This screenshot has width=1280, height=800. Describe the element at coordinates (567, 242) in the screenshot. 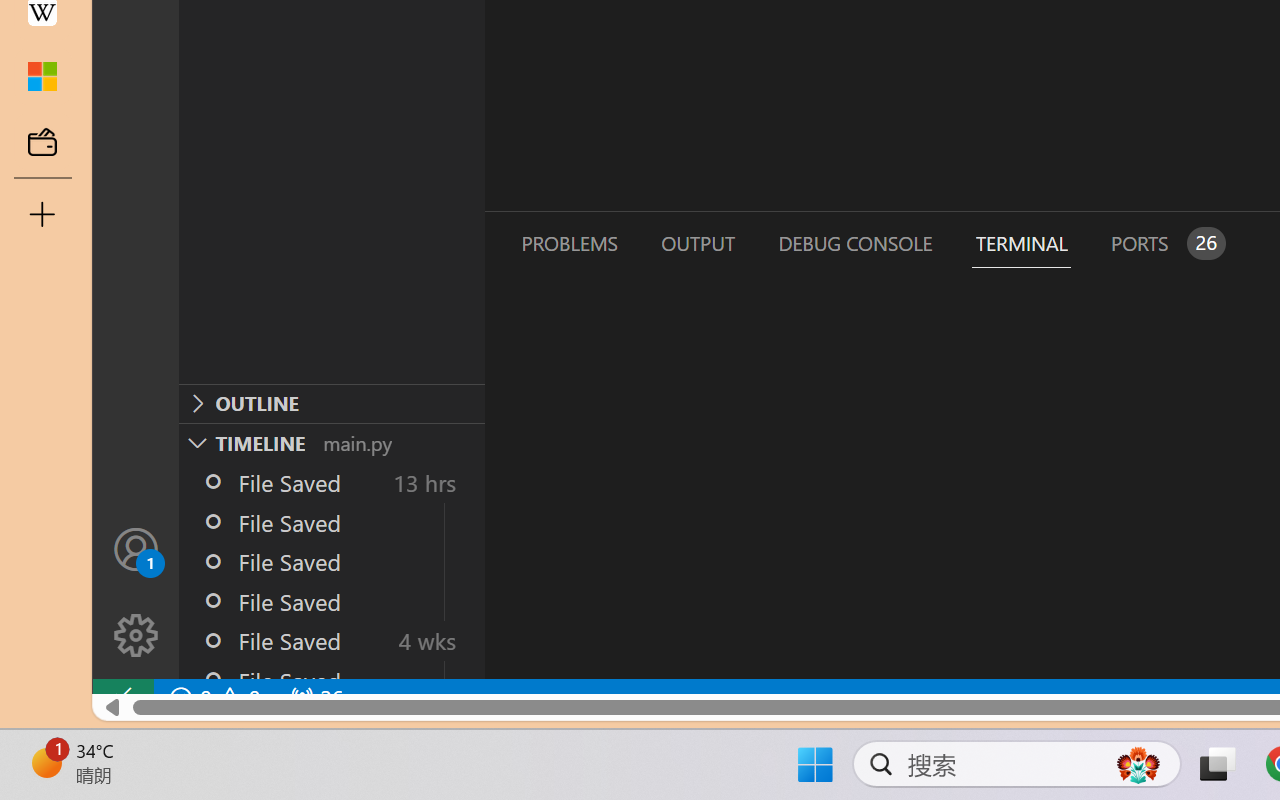

I see `'Problems (Ctrl+Shift+M)'` at that location.